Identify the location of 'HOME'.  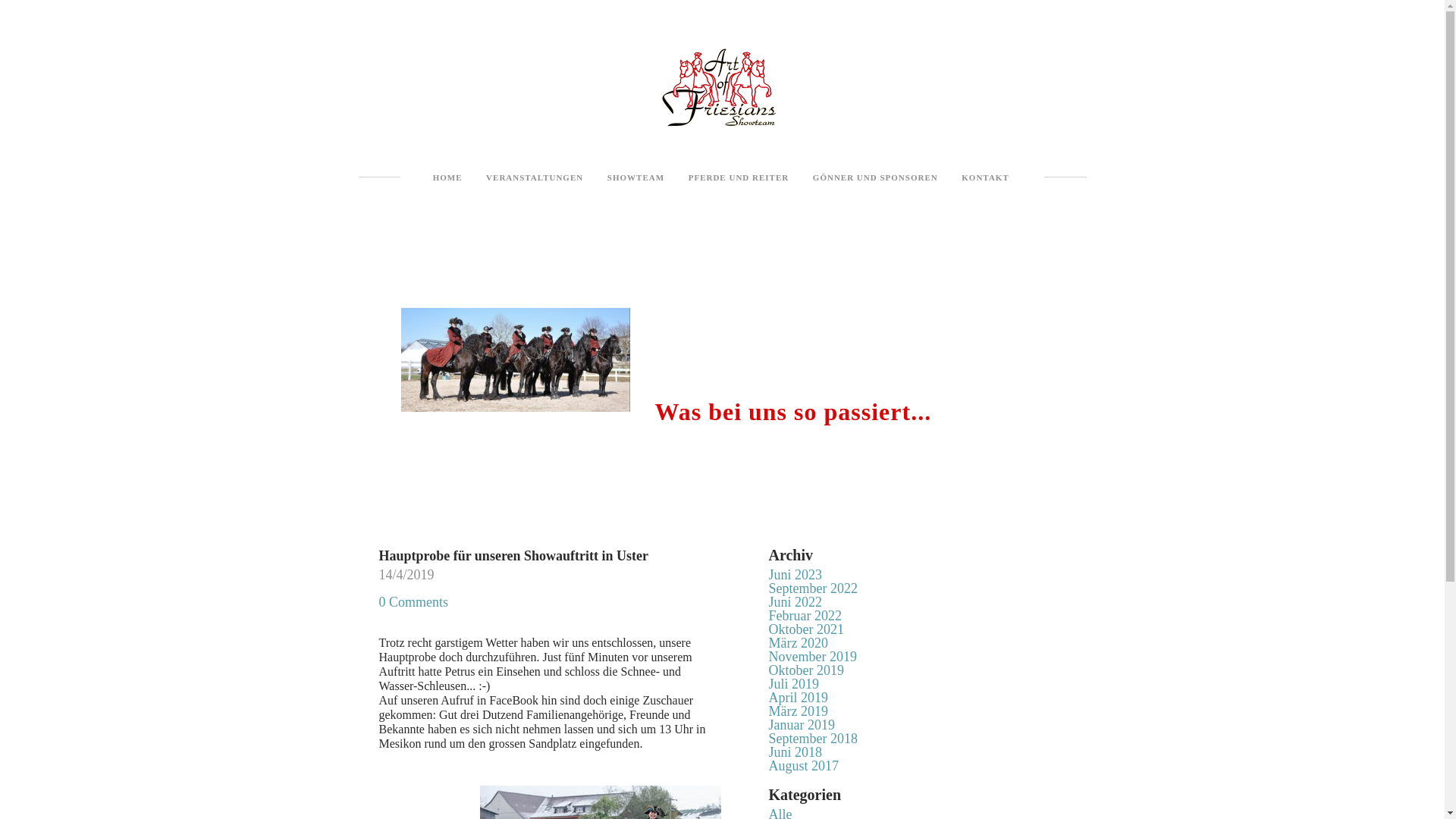
(447, 177).